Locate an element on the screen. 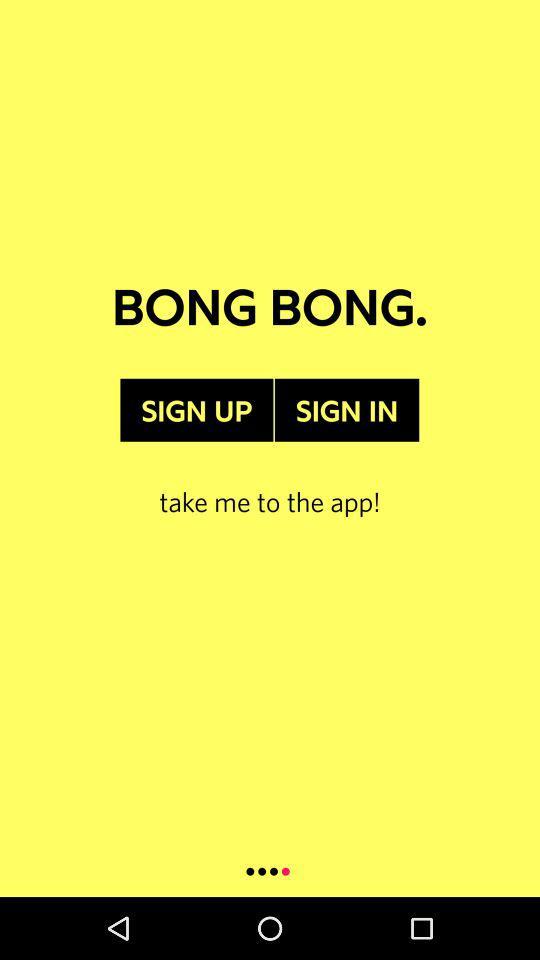  item next to the sign in icon is located at coordinates (196, 409).